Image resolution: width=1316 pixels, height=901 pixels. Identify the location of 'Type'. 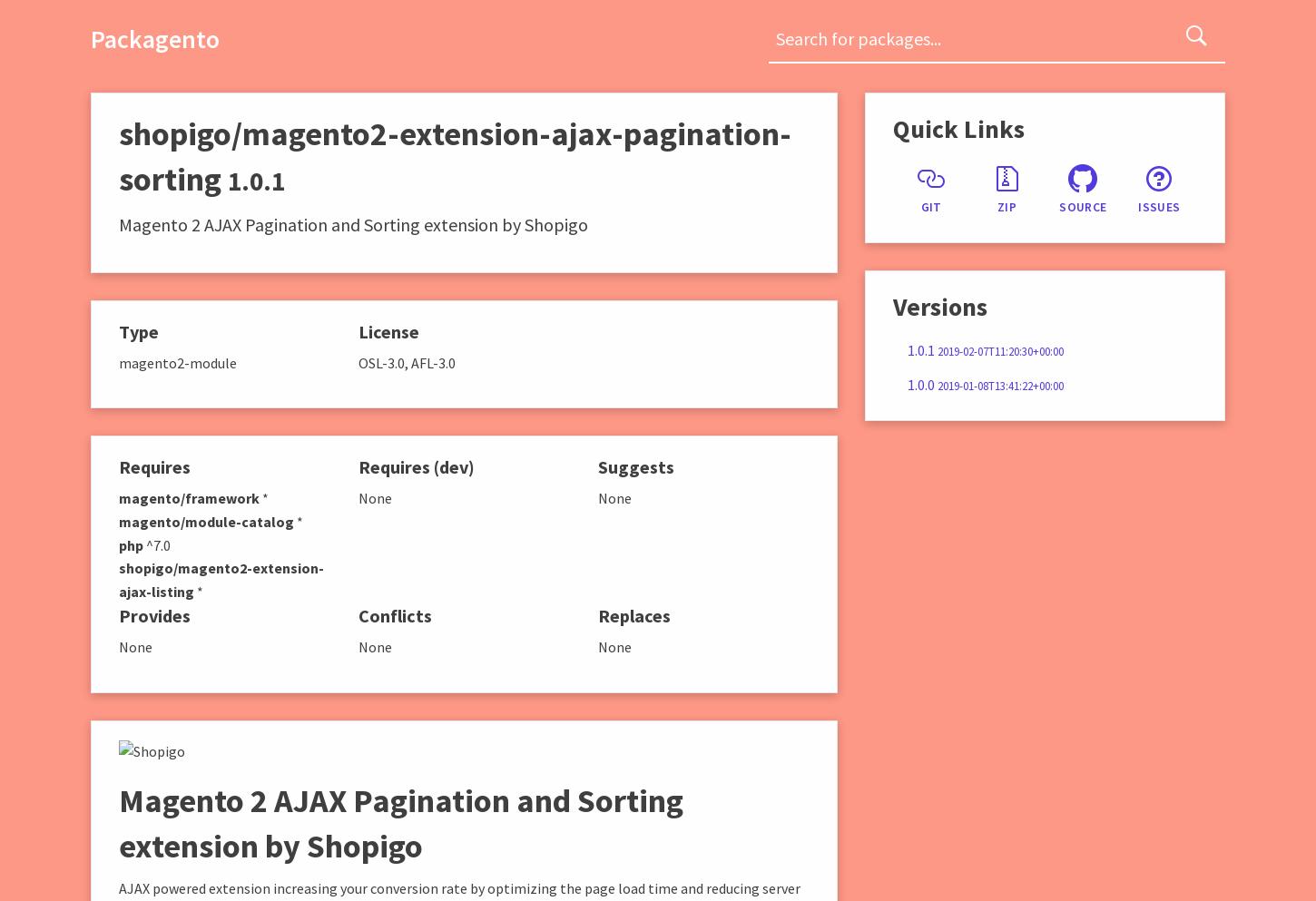
(137, 330).